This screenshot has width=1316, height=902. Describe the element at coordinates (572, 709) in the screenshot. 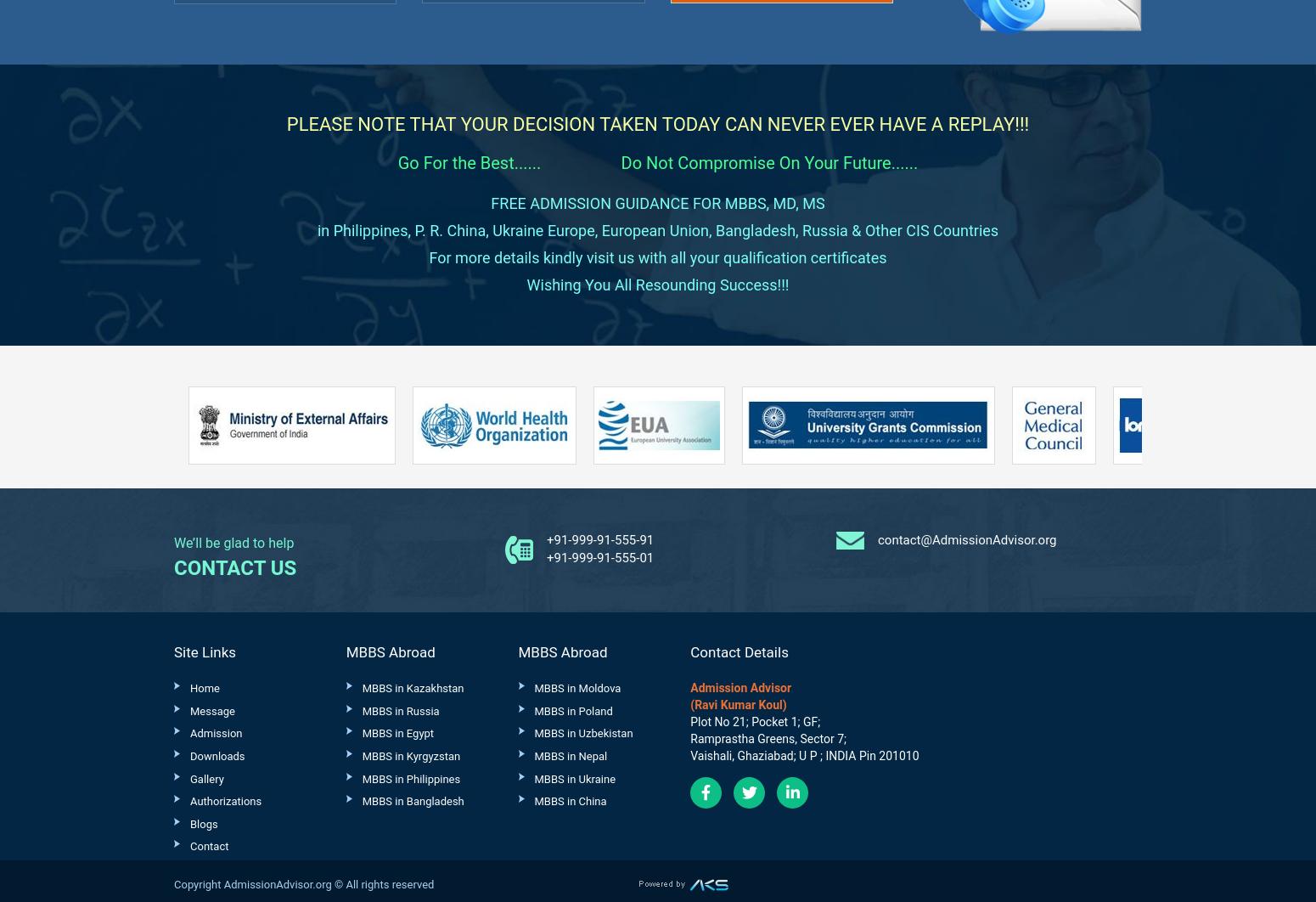

I see `'MBBS in Poland'` at that location.